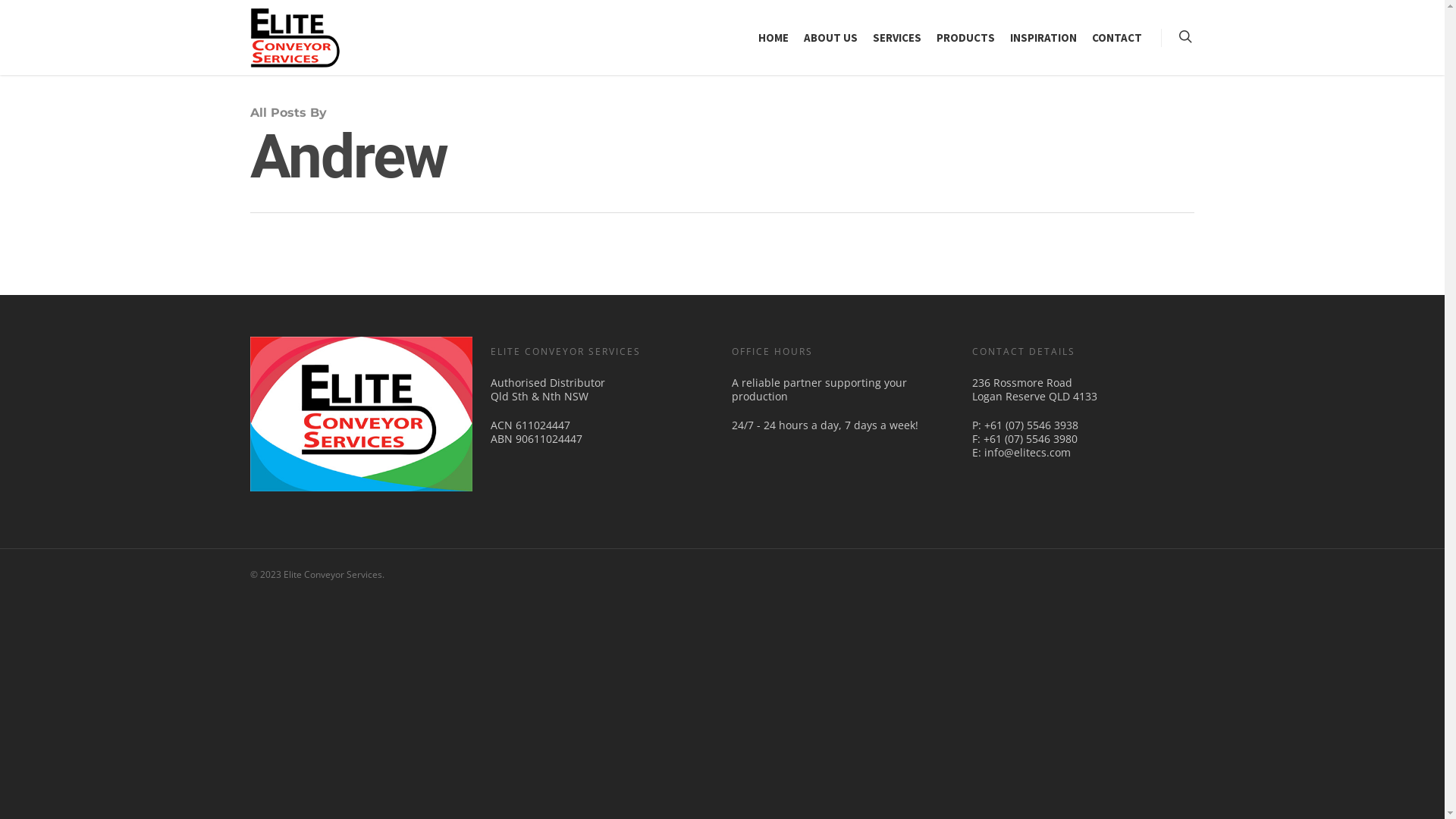 The image size is (1456, 819). Describe the element at coordinates (1043, 40) in the screenshot. I see `'INSPIRATION'` at that location.